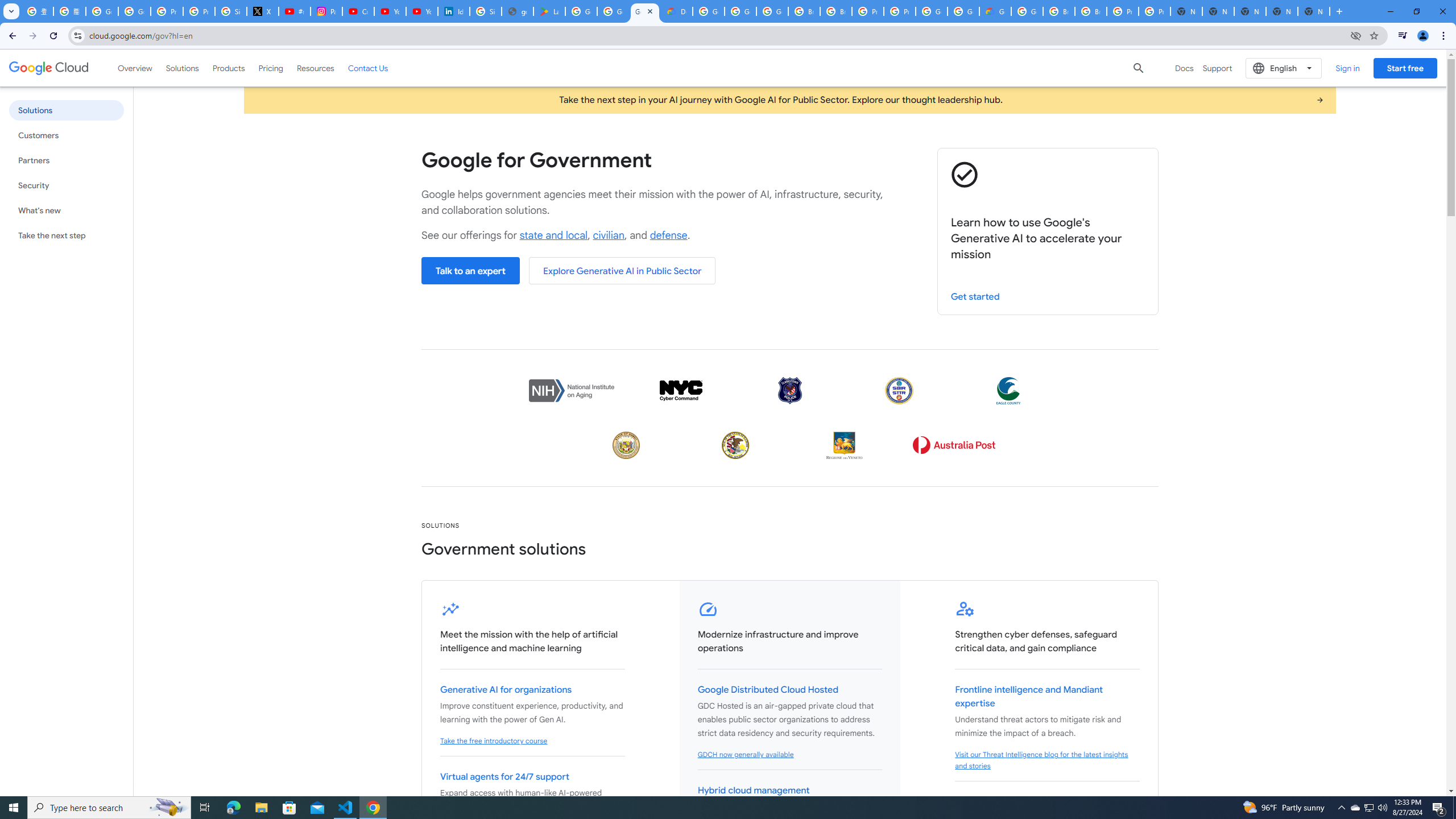  Describe the element at coordinates (614, 11) in the screenshot. I see `'Google Workspace - Specific Terms'` at that location.